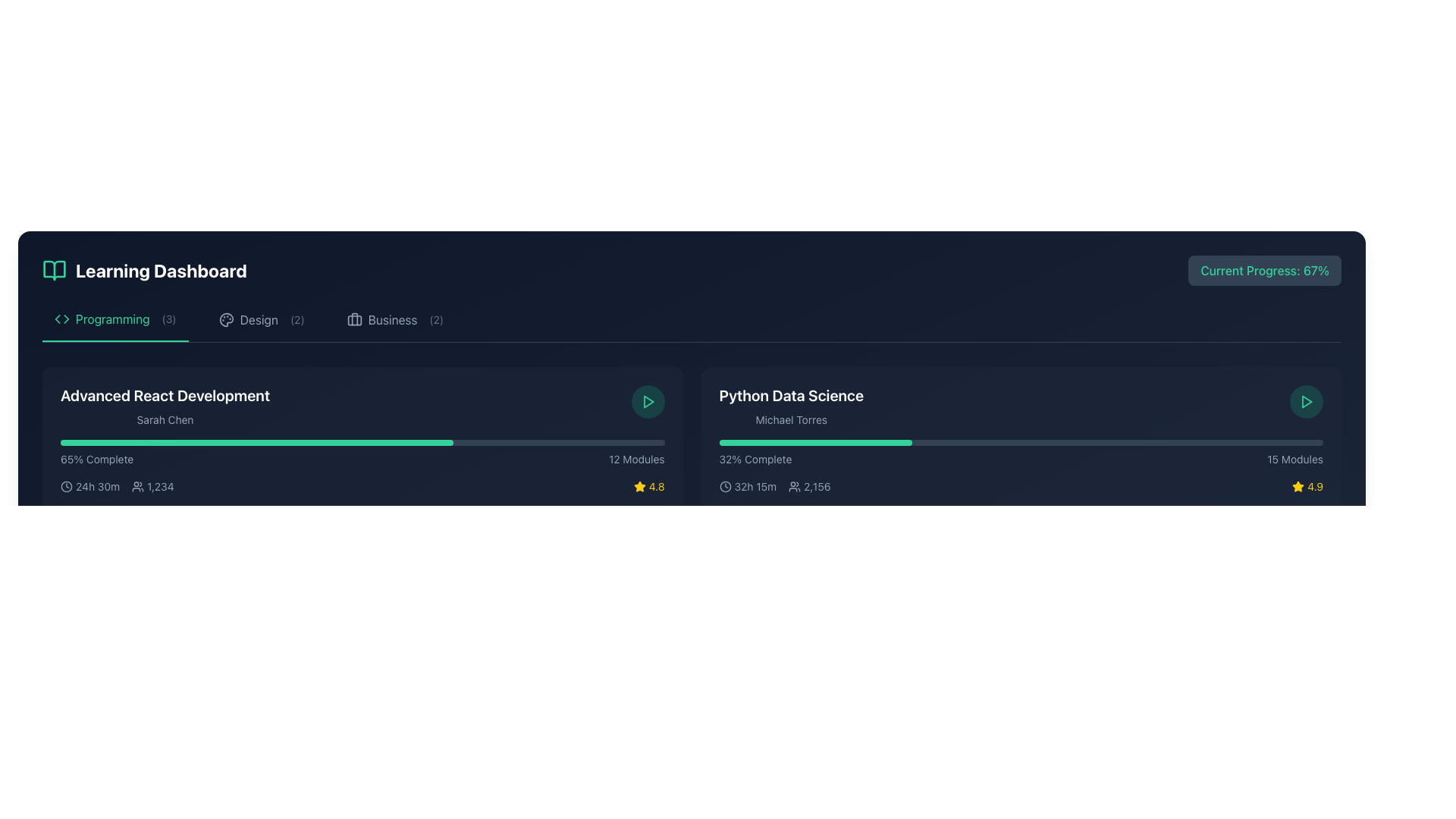 The height and width of the screenshot is (819, 1456). What do you see at coordinates (649, 486) in the screenshot?
I see `rating value displayed on the rating indicator, which consists of a yellow star icon and the numeric rating value 4.8, located at the bottom right corner of the 'Advanced React Development' card` at bounding box center [649, 486].